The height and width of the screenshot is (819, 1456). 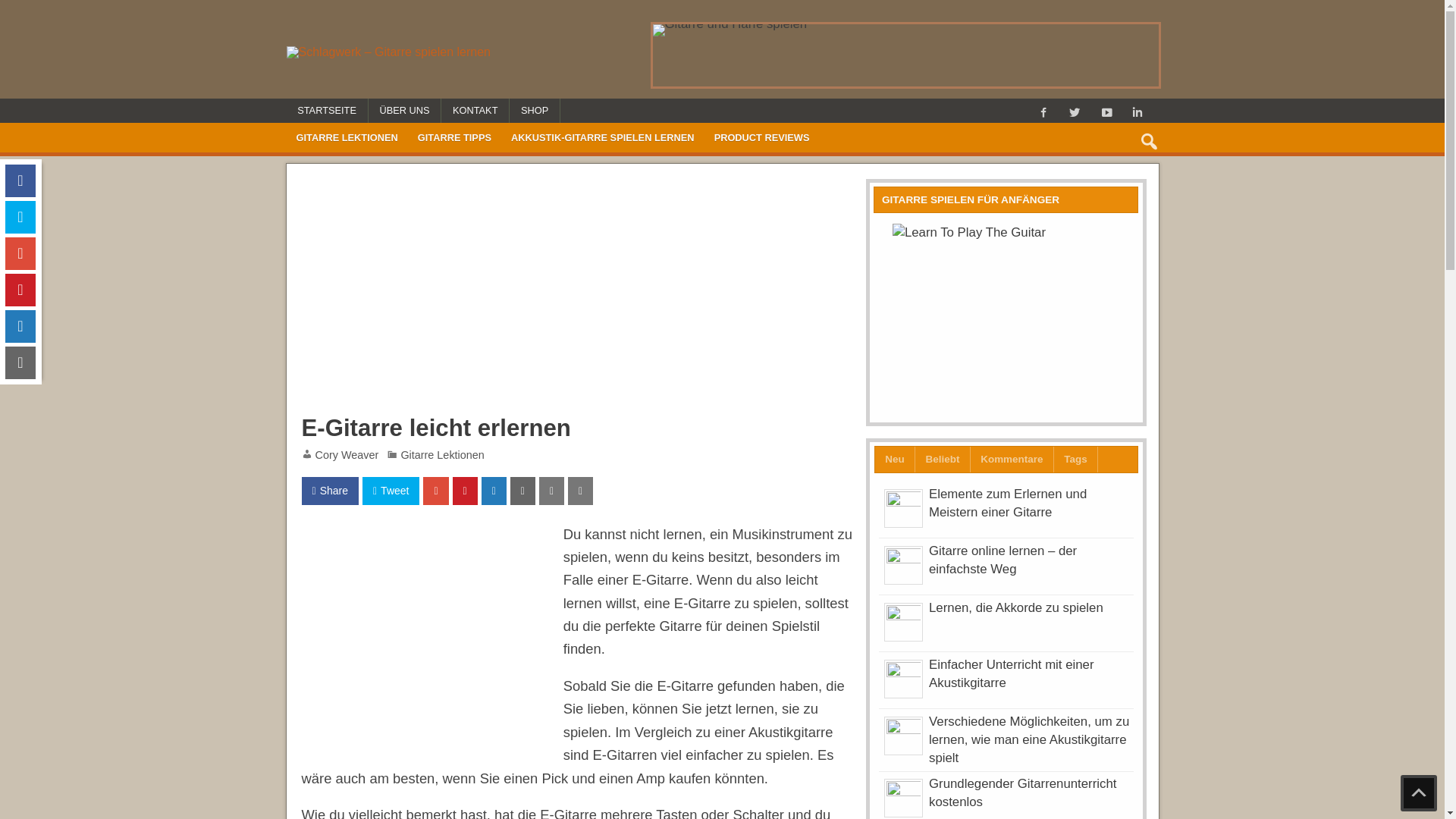 I want to click on 'Advertisement', so click(x=577, y=291).